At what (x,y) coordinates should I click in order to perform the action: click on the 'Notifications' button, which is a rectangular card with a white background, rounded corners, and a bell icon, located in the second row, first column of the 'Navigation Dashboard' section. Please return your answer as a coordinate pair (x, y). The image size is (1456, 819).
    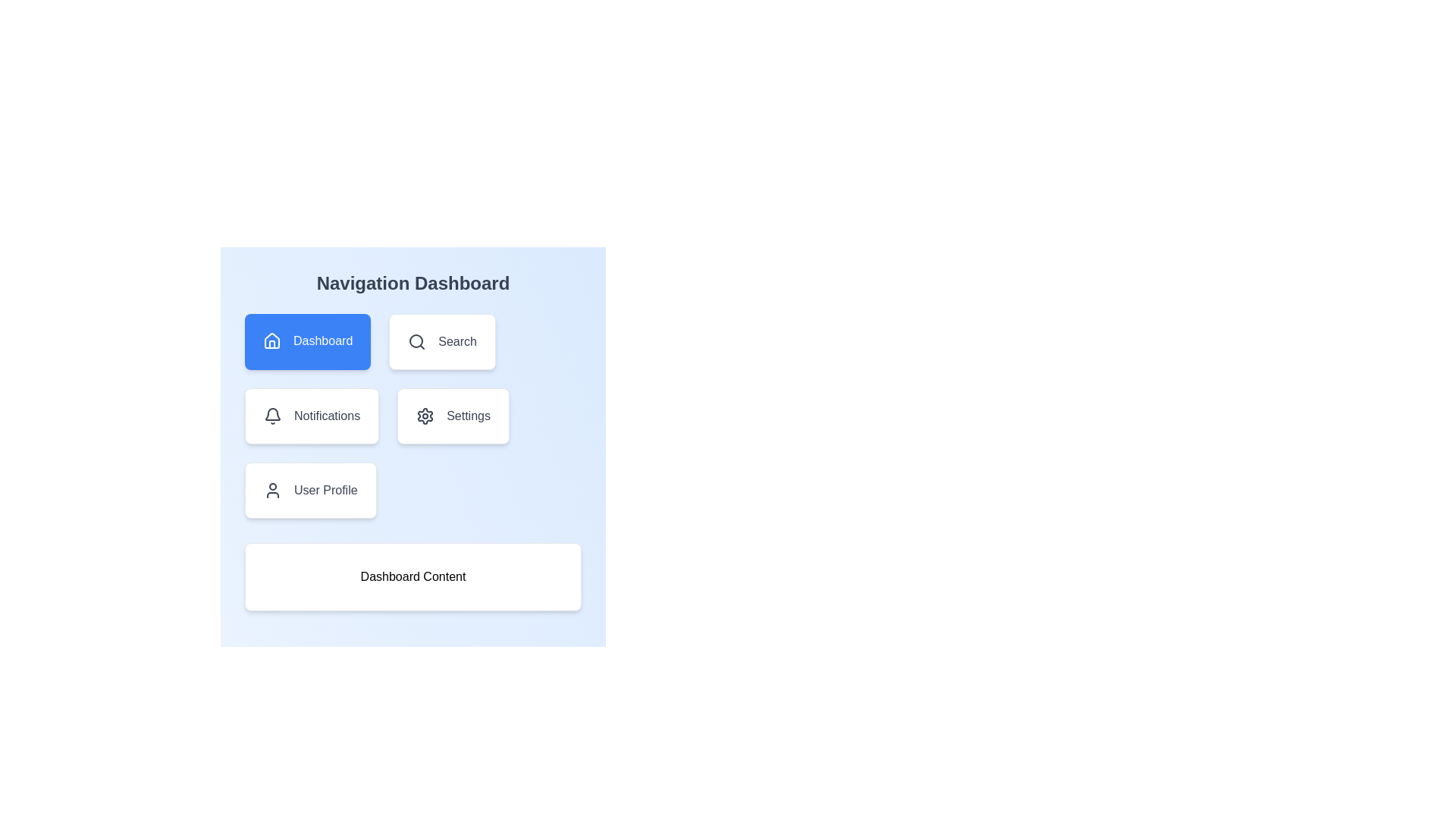
    Looking at the image, I should click on (311, 416).